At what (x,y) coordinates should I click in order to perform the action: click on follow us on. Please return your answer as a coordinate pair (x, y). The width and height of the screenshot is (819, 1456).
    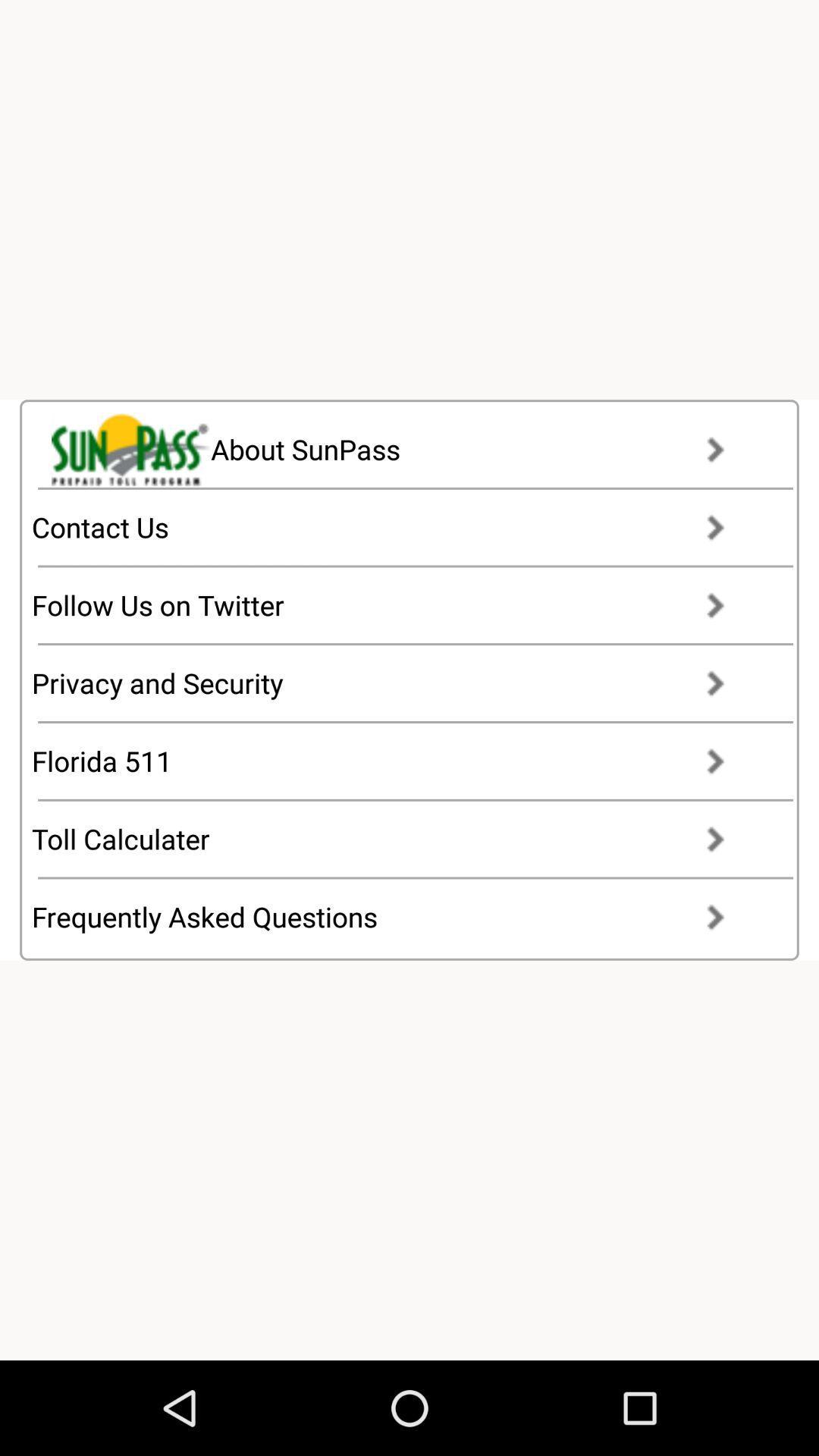
    Looking at the image, I should click on (391, 604).